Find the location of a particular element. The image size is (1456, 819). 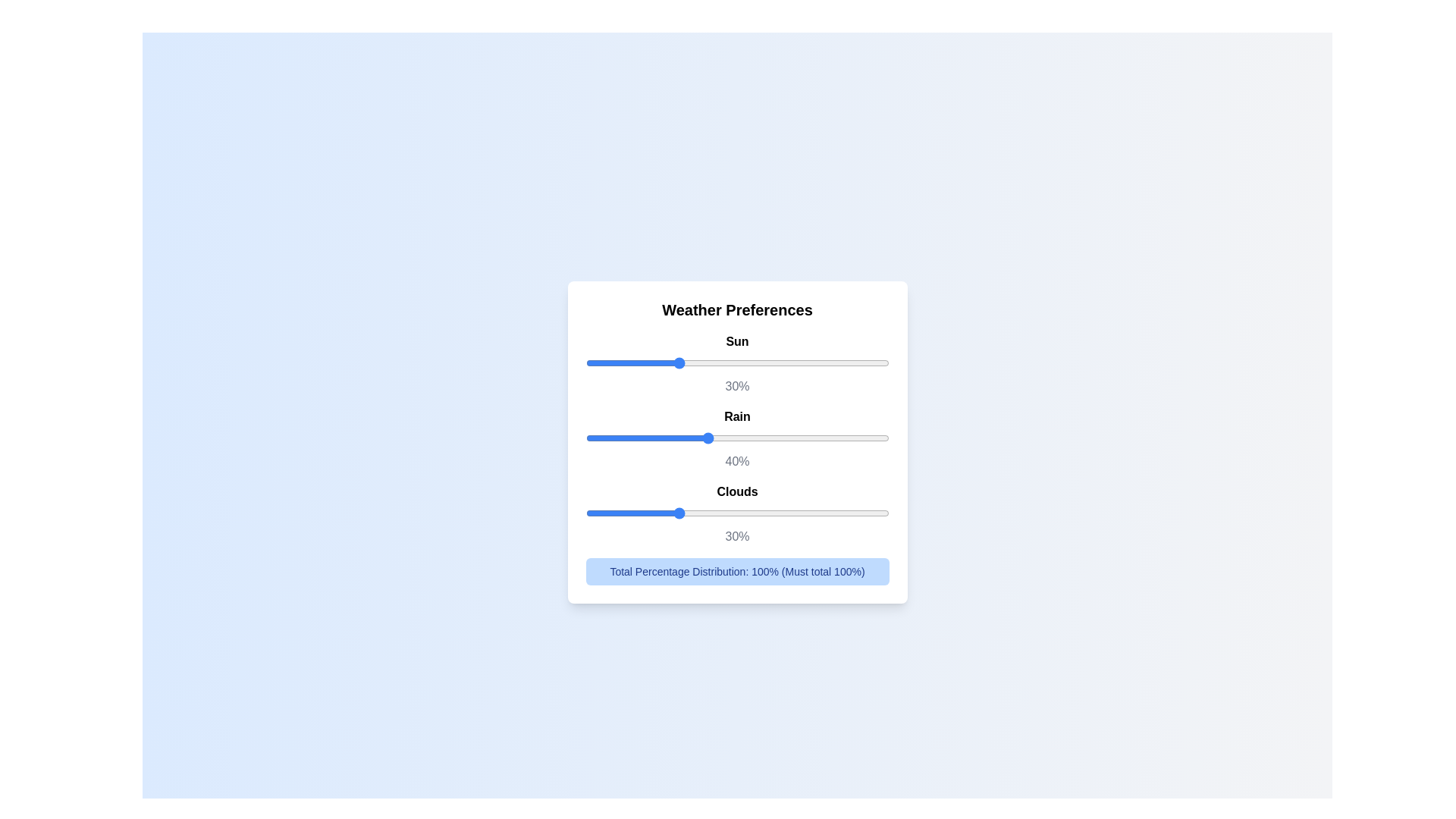

the 'Clouds' slider to 64% is located at coordinates (780, 512).